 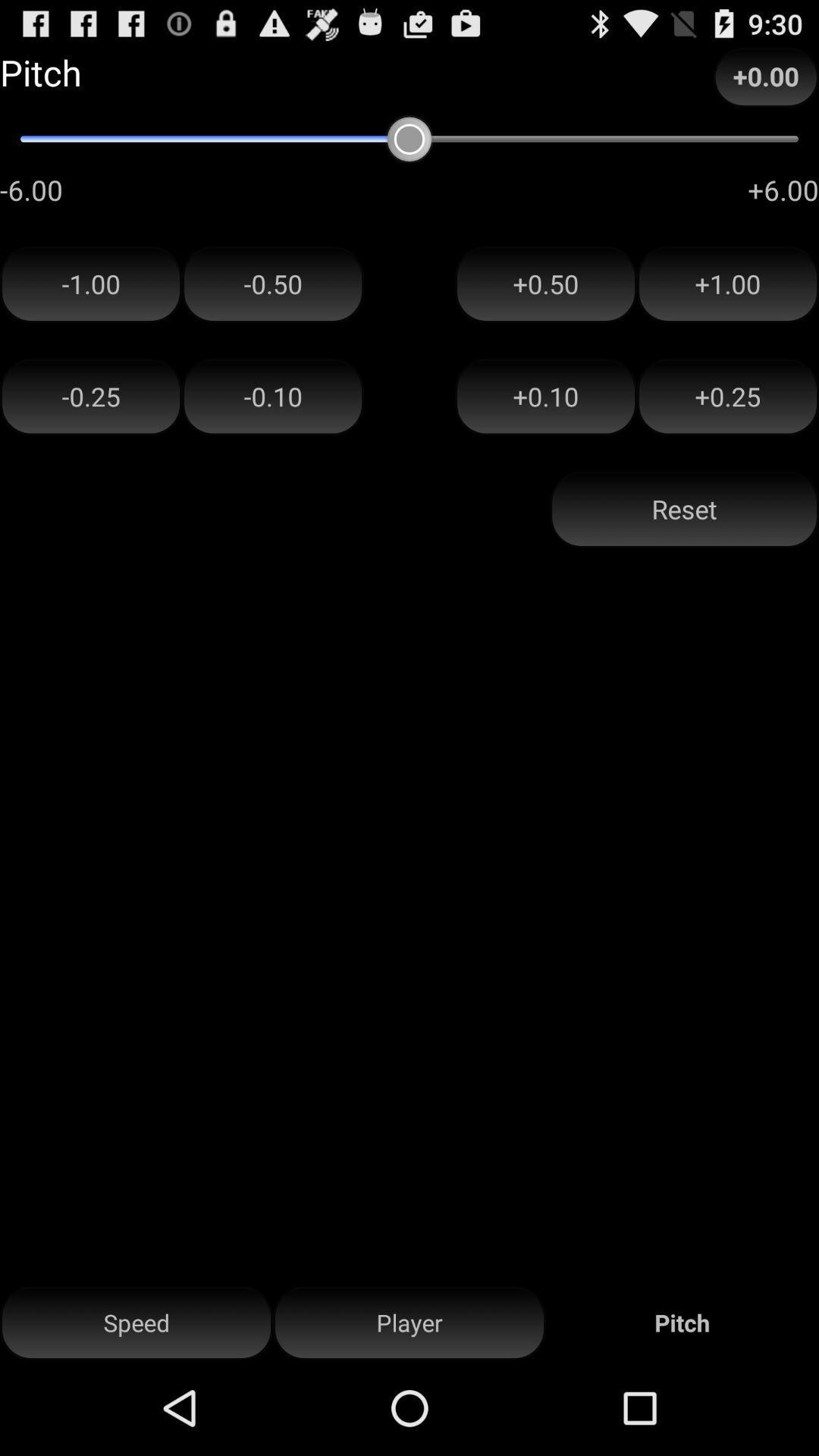 I want to click on icon next to the player button, so click(x=136, y=1323).